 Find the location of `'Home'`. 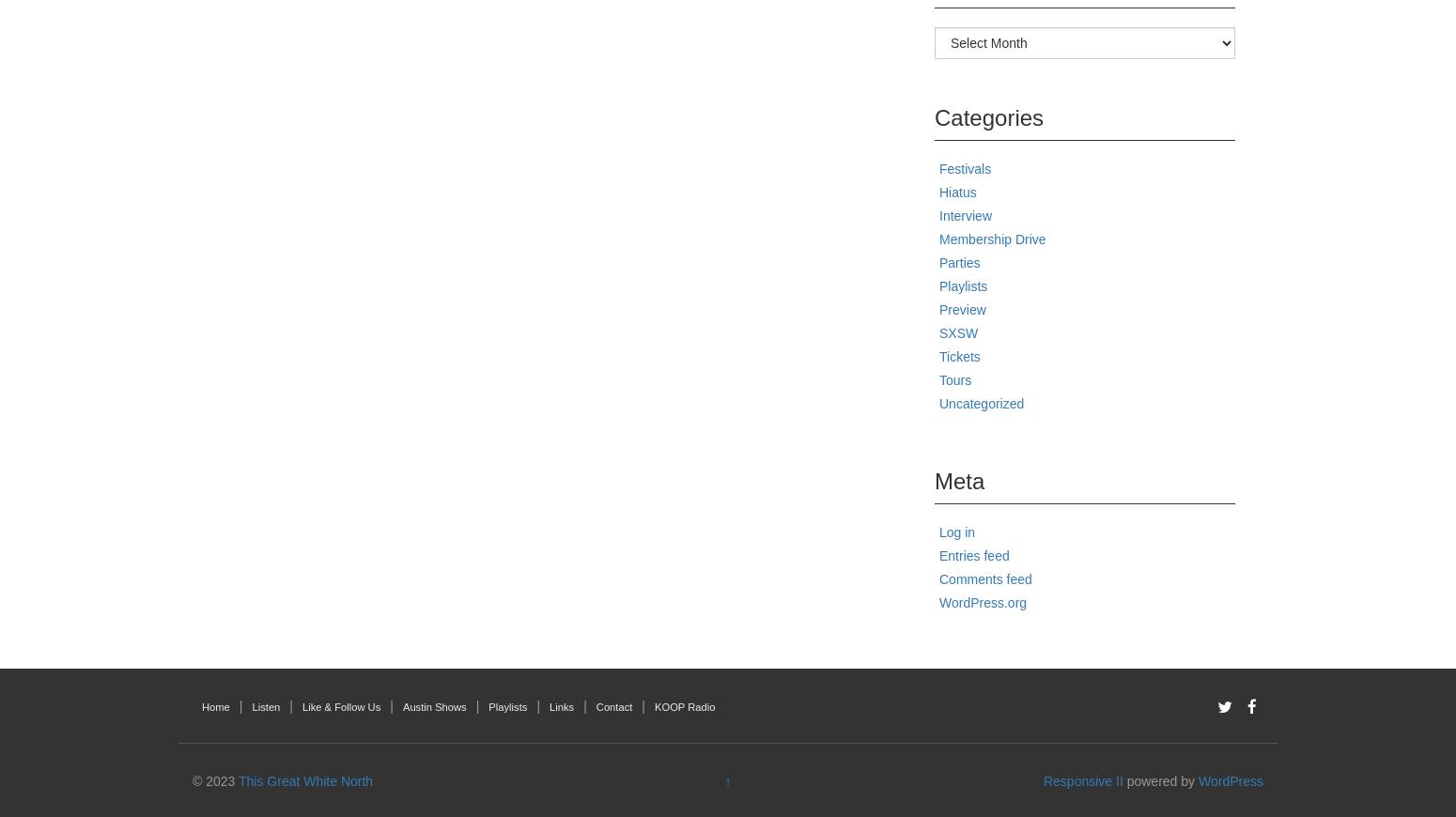

'Home' is located at coordinates (214, 706).